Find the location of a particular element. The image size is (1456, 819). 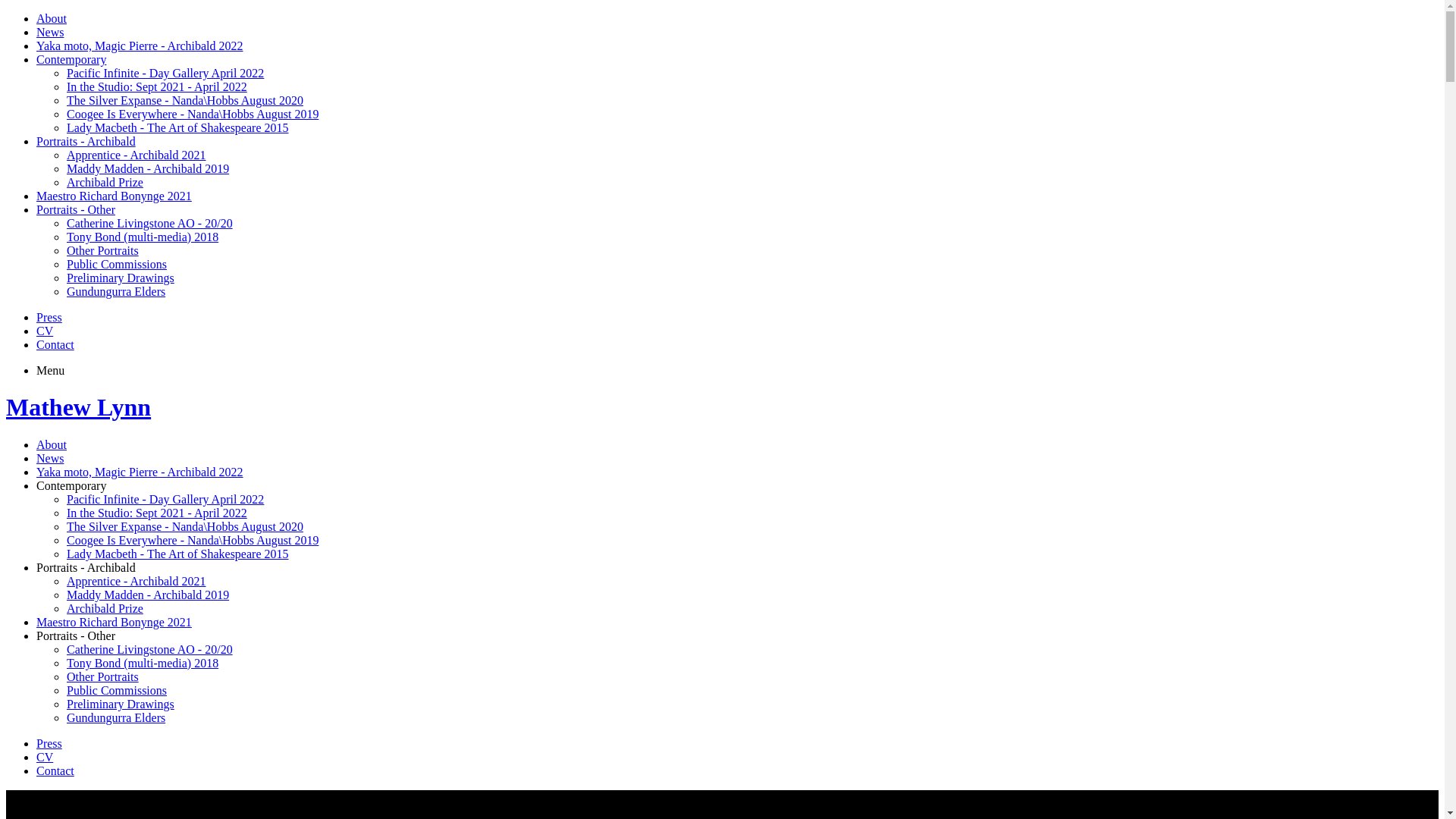

'Menu' is located at coordinates (50, 370).